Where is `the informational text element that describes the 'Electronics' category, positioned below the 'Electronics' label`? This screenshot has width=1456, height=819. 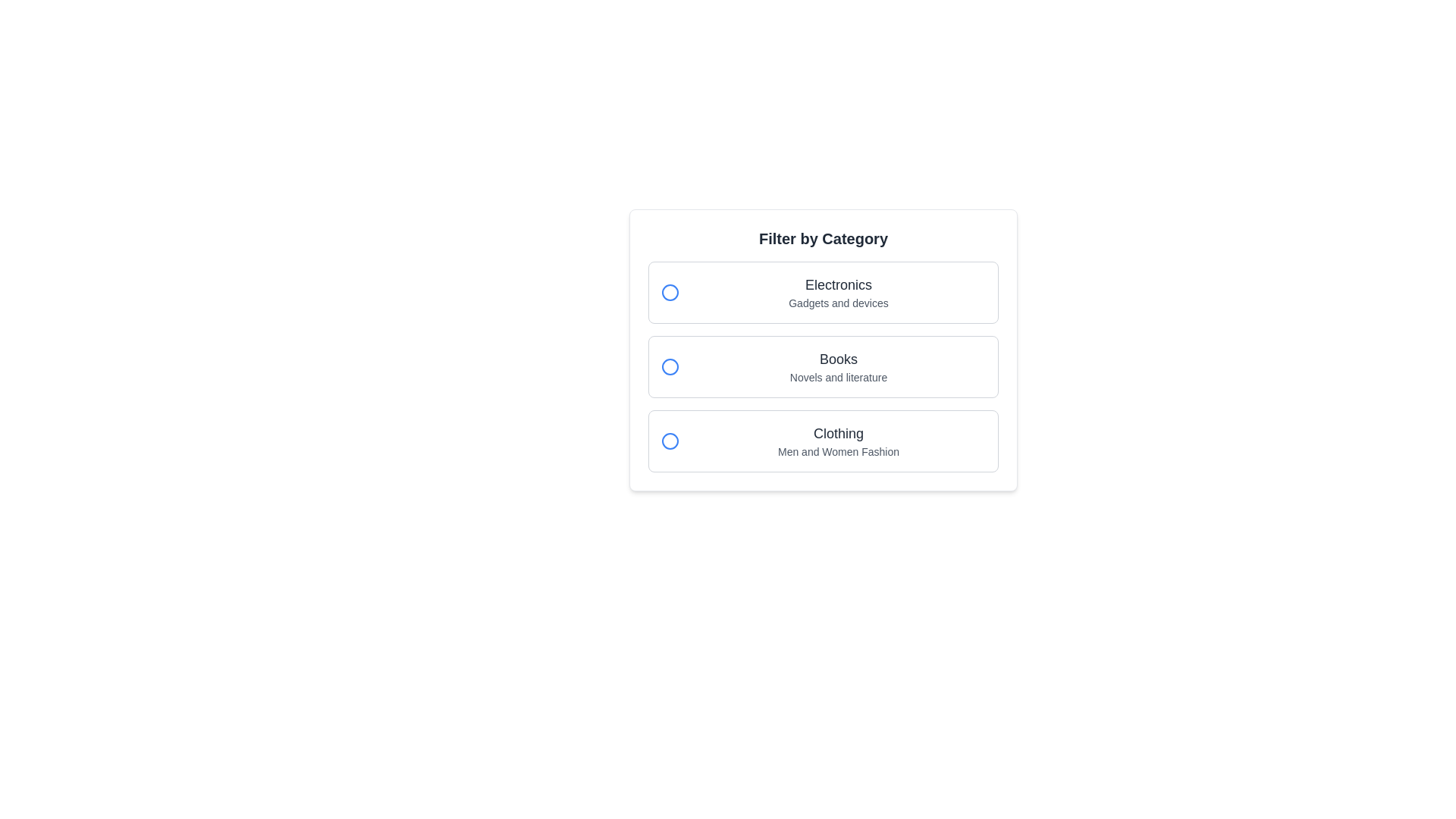 the informational text element that describes the 'Electronics' category, positioned below the 'Electronics' label is located at coordinates (837, 303).